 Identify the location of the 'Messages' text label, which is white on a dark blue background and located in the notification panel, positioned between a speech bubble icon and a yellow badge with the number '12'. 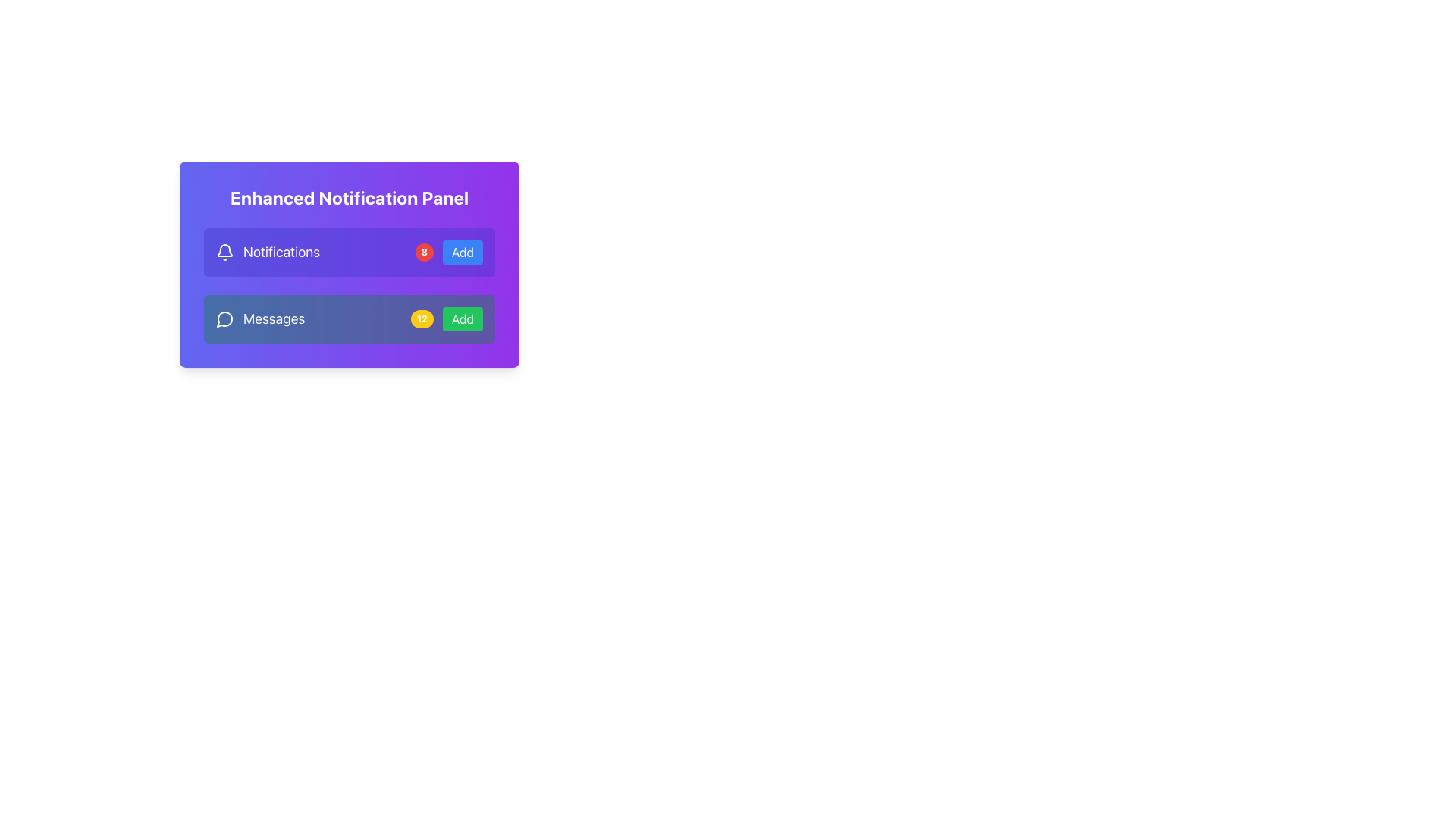
(274, 318).